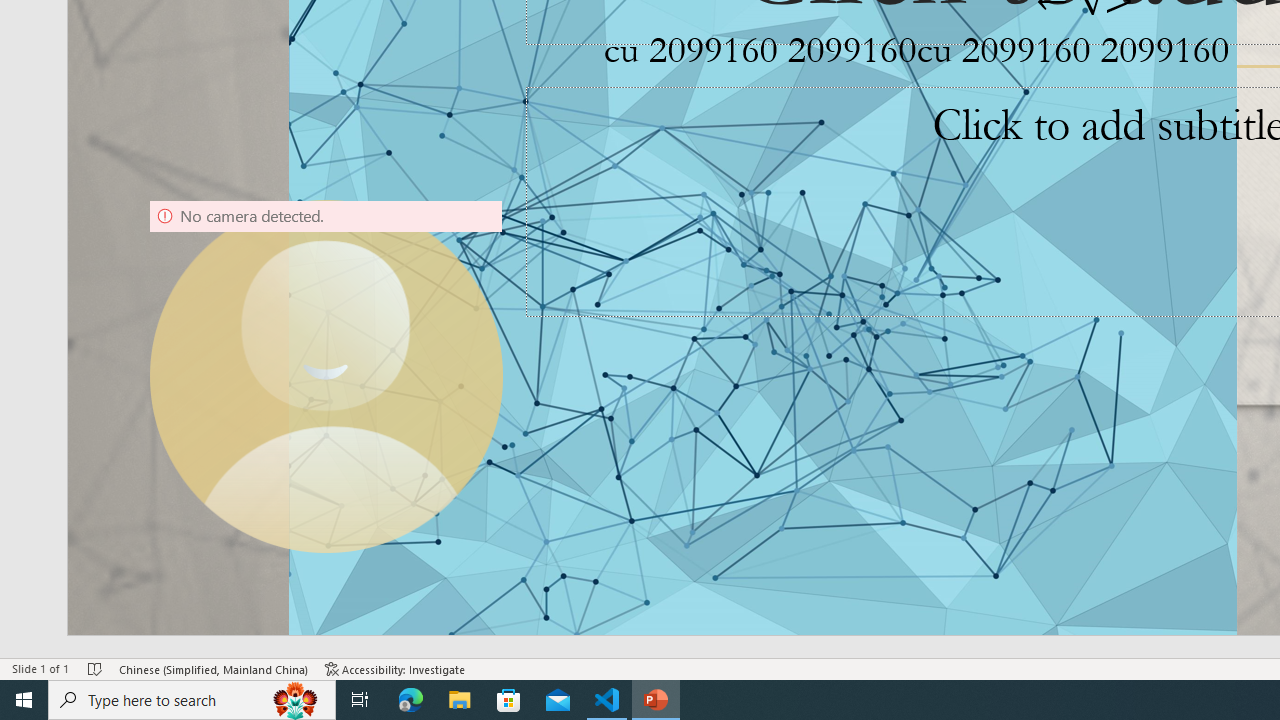 This screenshot has width=1280, height=720. Describe the element at coordinates (326, 376) in the screenshot. I see `'Camera 9, No camera detected.'` at that location.